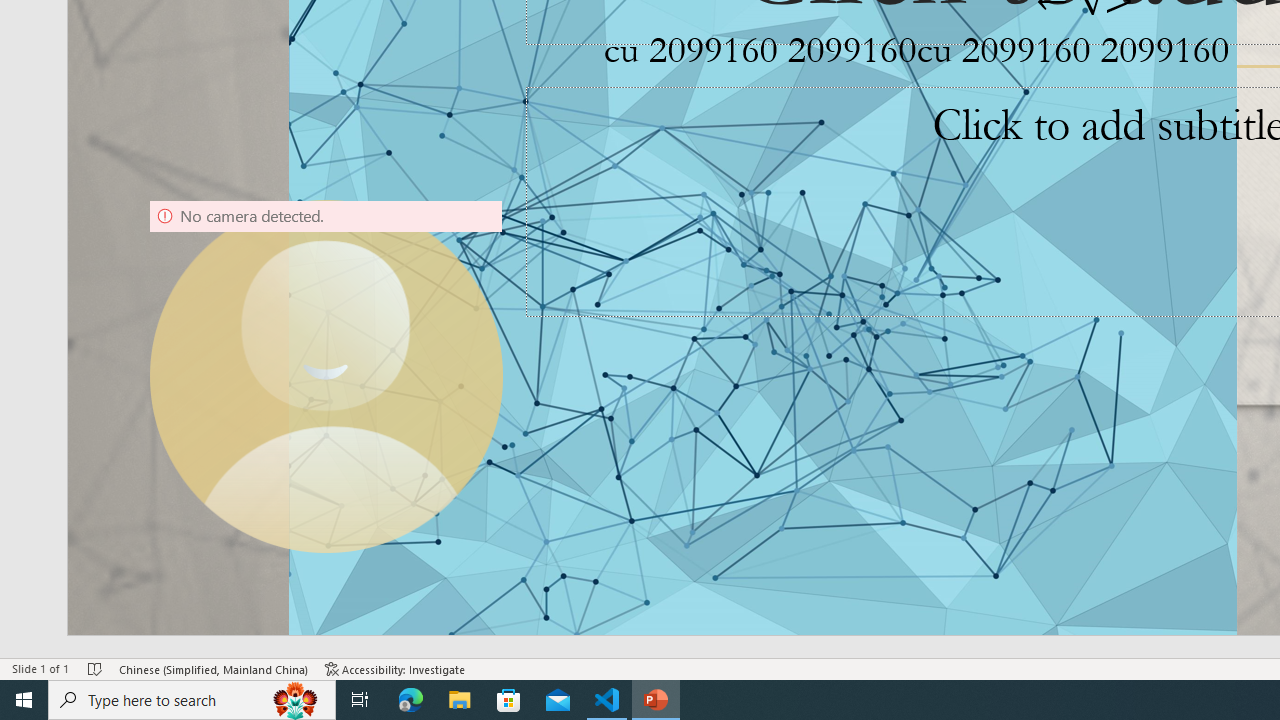 This screenshot has width=1280, height=720. Describe the element at coordinates (326, 376) in the screenshot. I see `'Camera 9, No camera detected.'` at that location.